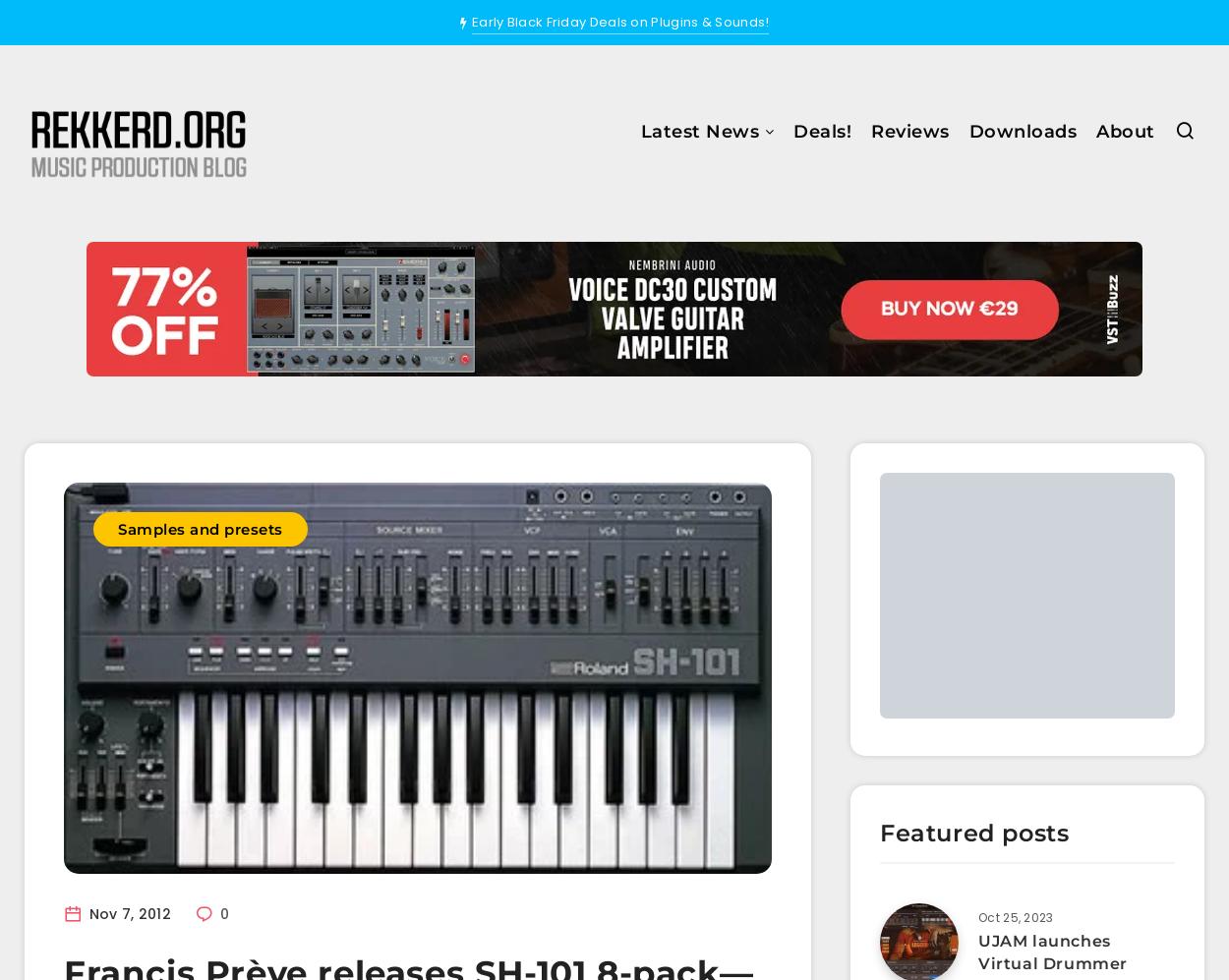  What do you see at coordinates (619, 22) in the screenshot?
I see `'Early Black Friday Deals on Plugins & Sounds!'` at bounding box center [619, 22].